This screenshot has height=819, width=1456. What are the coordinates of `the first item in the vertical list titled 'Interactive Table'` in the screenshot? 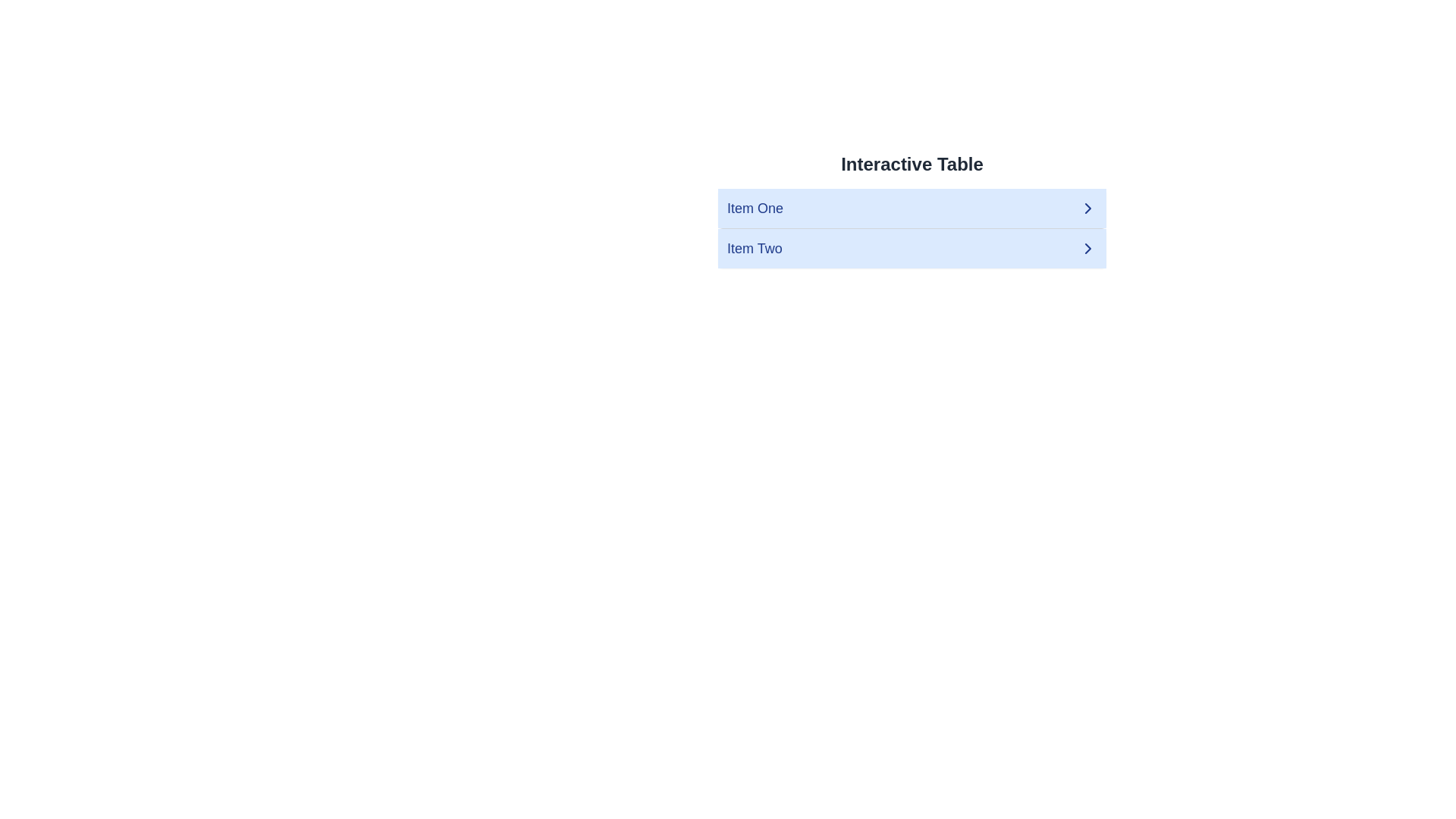 It's located at (912, 208).